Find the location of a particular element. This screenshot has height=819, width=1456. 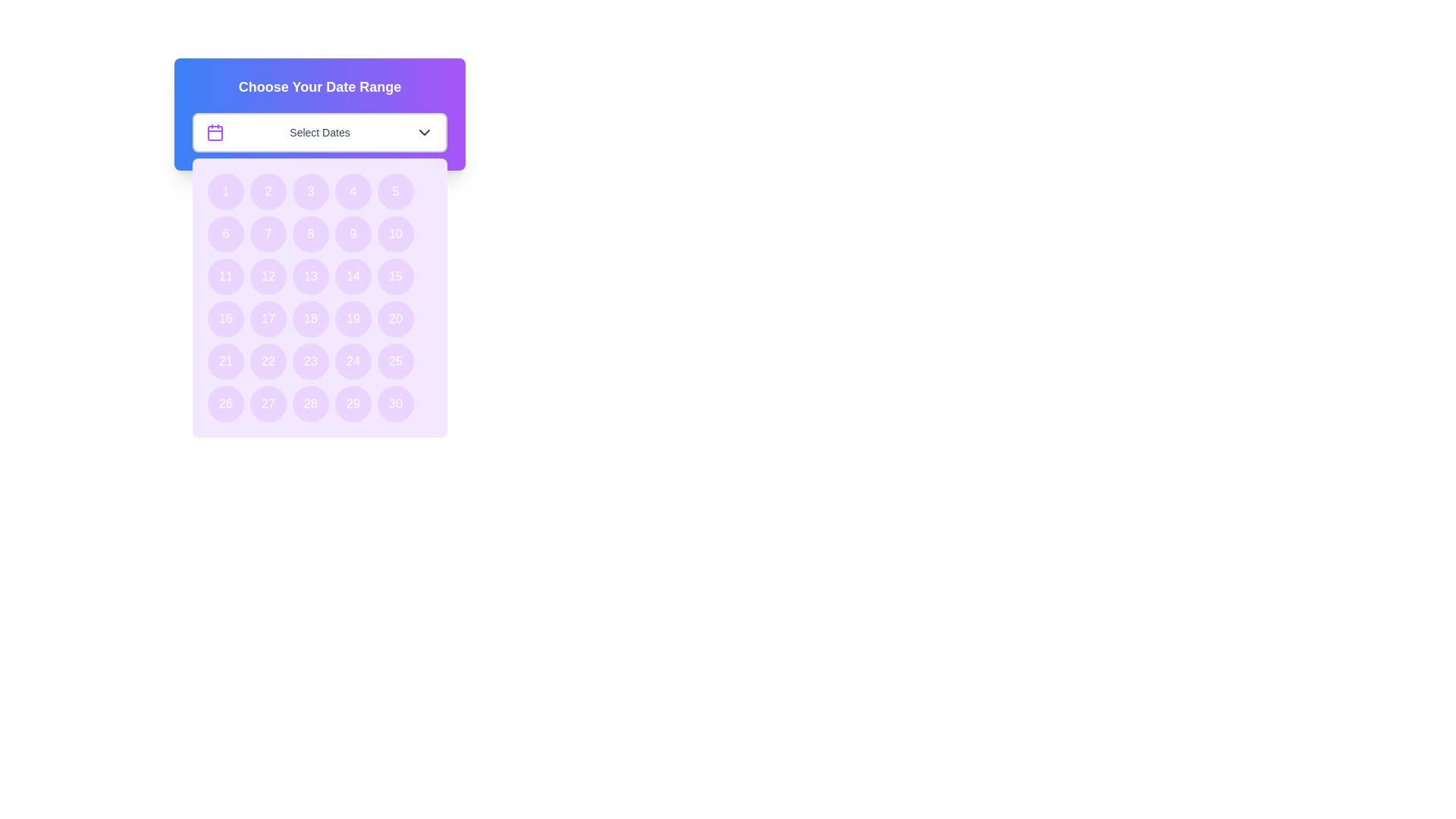

the third button from the left in the last row of a grid representing selectable dates in a calendar interface is located at coordinates (268, 403).